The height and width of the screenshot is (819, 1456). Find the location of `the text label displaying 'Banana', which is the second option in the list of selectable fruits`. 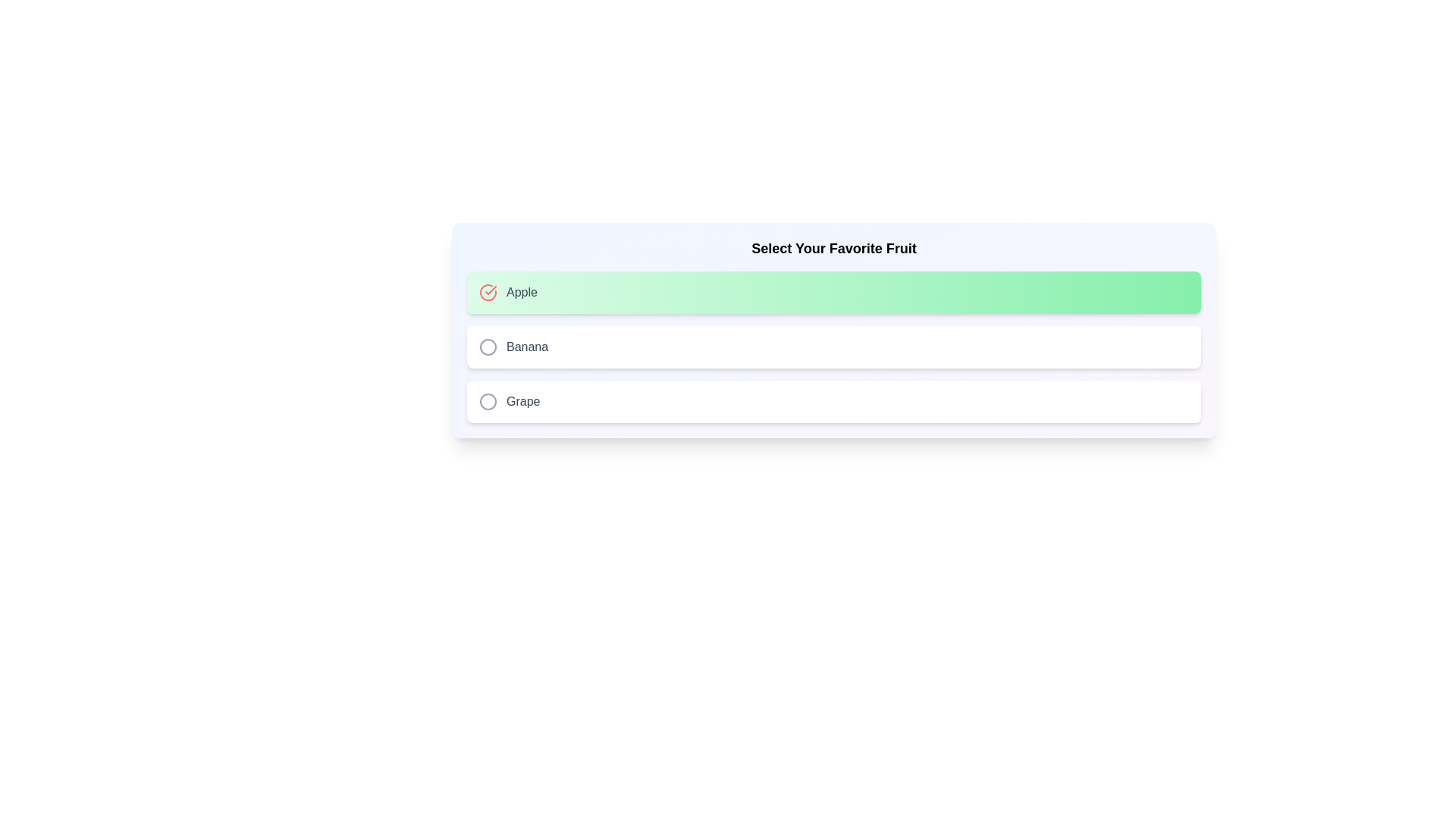

the text label displaying 'Banana', which is the second option in the list of selectable fruits is located at coordinates (527, 347).